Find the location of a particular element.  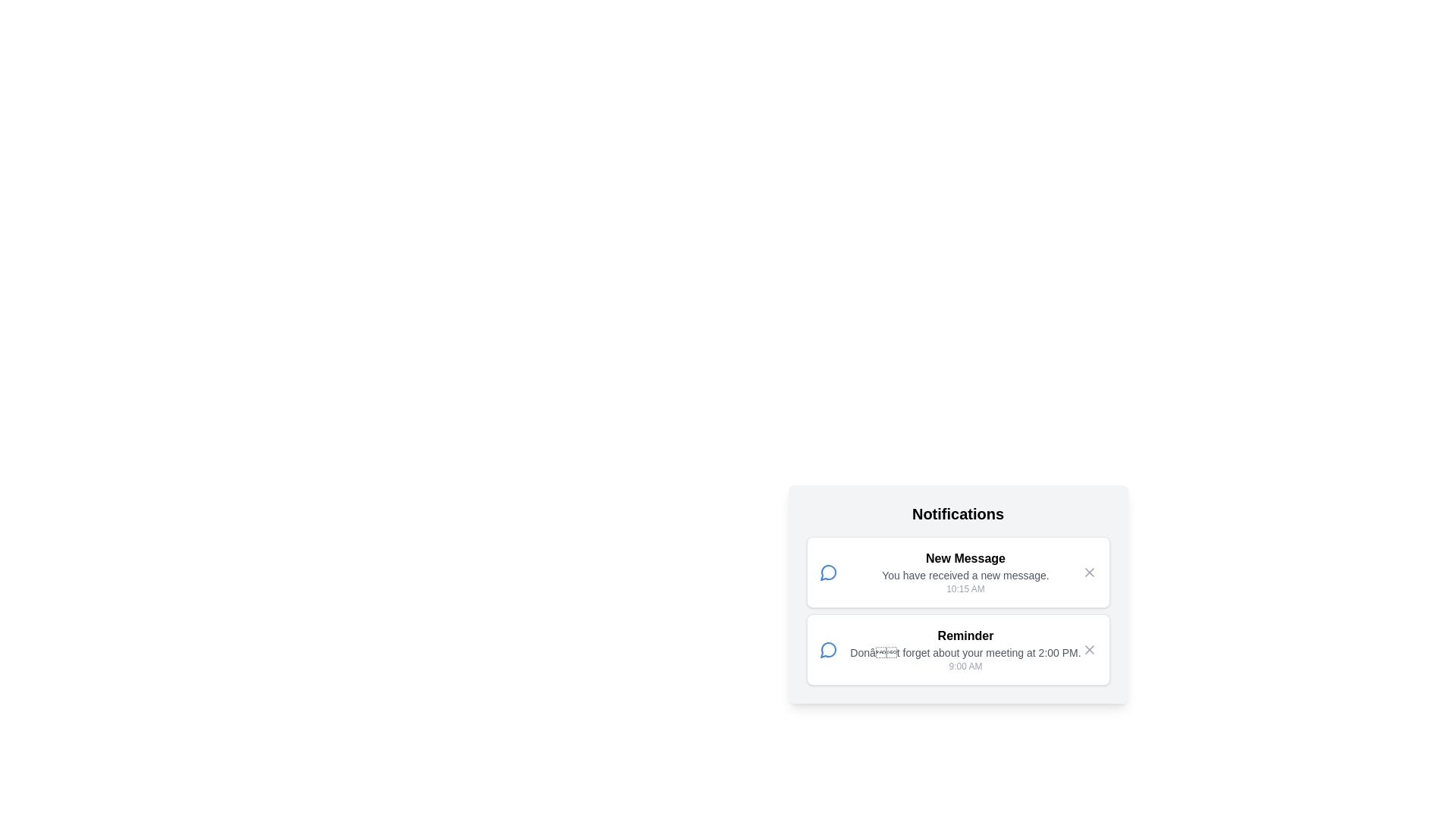

the notification titled 'New Message' is located at coordinates (957, 573).